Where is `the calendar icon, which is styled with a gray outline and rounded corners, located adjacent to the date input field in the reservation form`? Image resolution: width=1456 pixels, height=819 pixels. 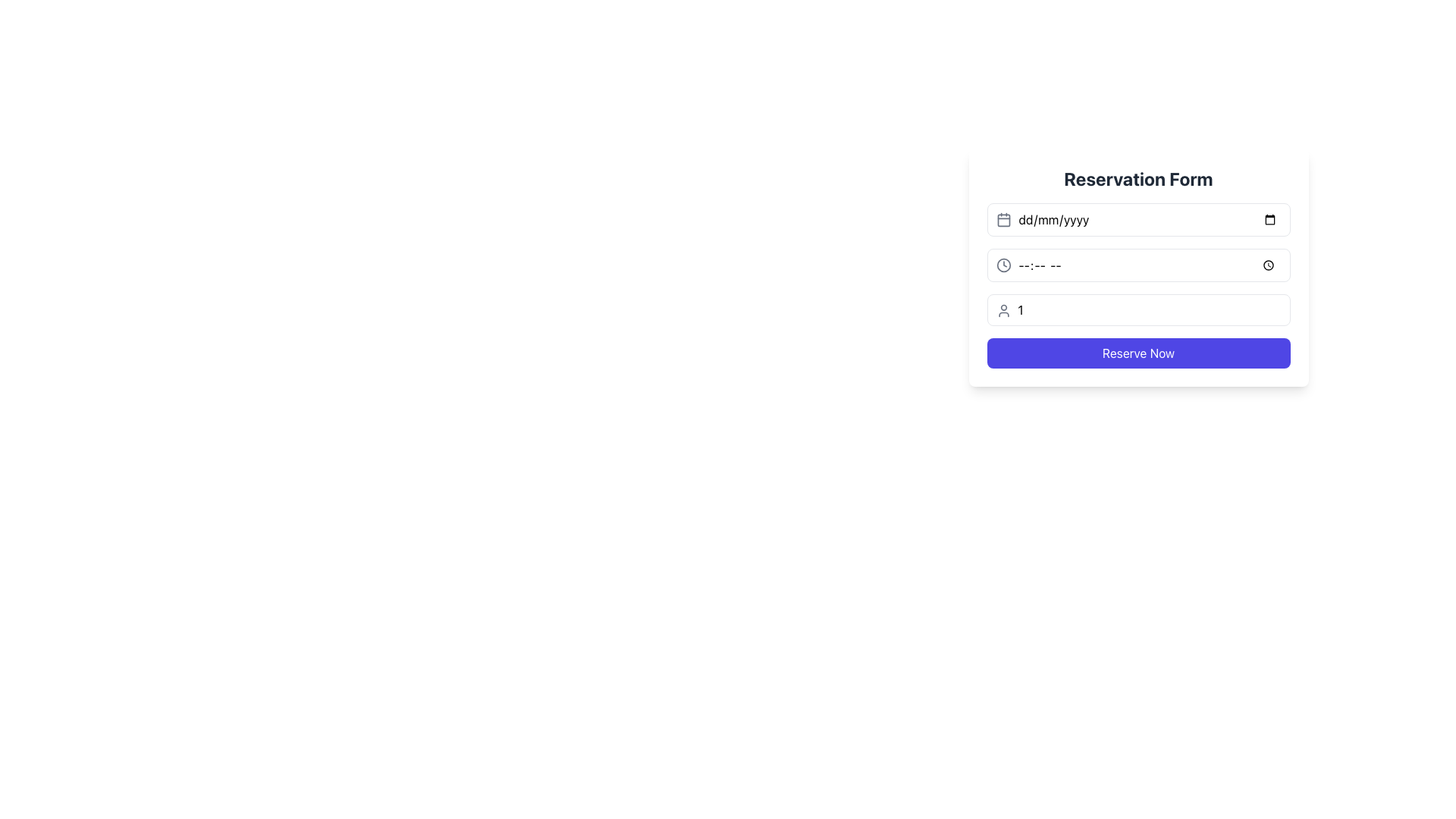
the calendar icon, which is styled with a gray outline and rounded corners, located adjacent to the date input field in the reservation form is located at coordinates (1003, 219).